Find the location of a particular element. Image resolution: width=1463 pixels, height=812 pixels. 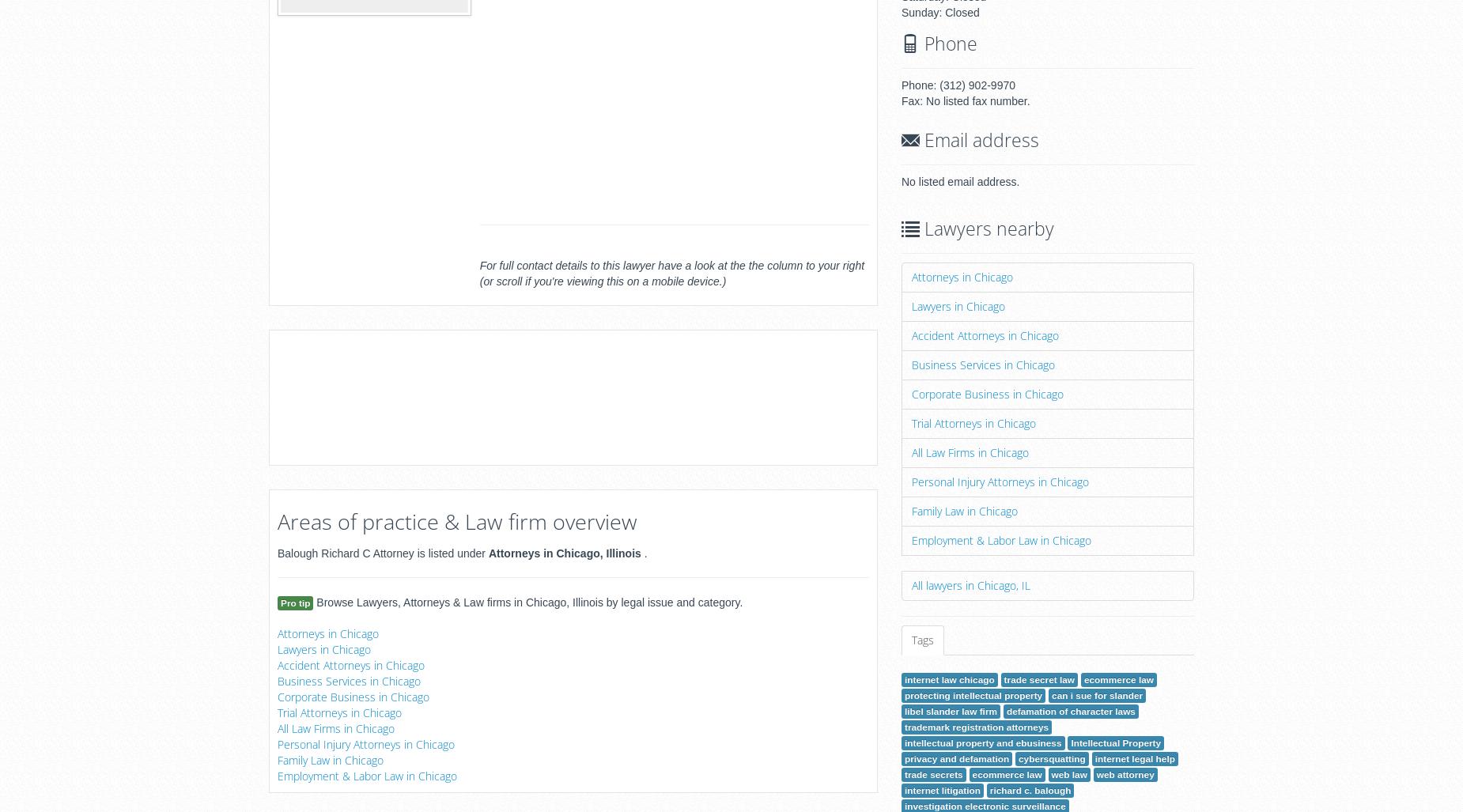

'internet litigation' is located at coordinates (941, 789).